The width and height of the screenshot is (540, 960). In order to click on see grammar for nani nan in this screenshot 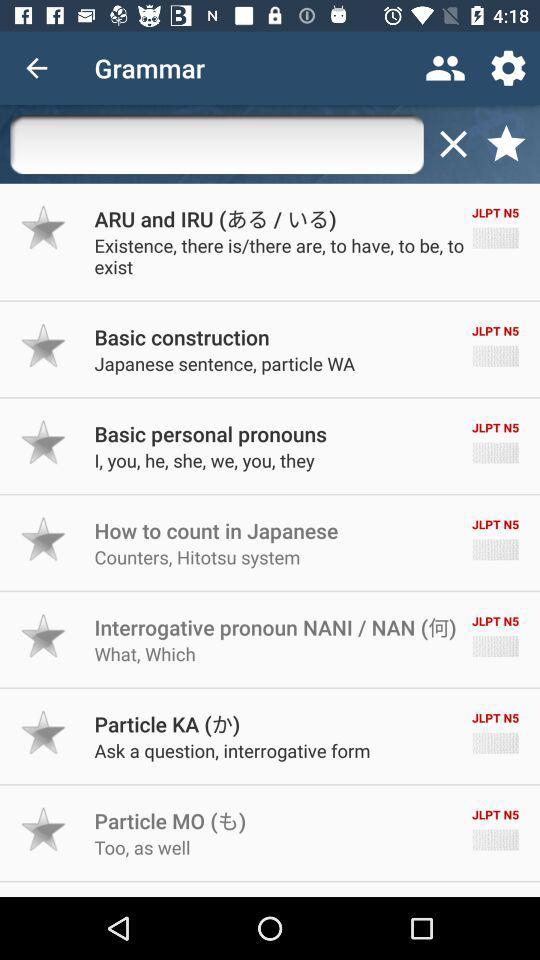, I will do `click(44, 635)`.